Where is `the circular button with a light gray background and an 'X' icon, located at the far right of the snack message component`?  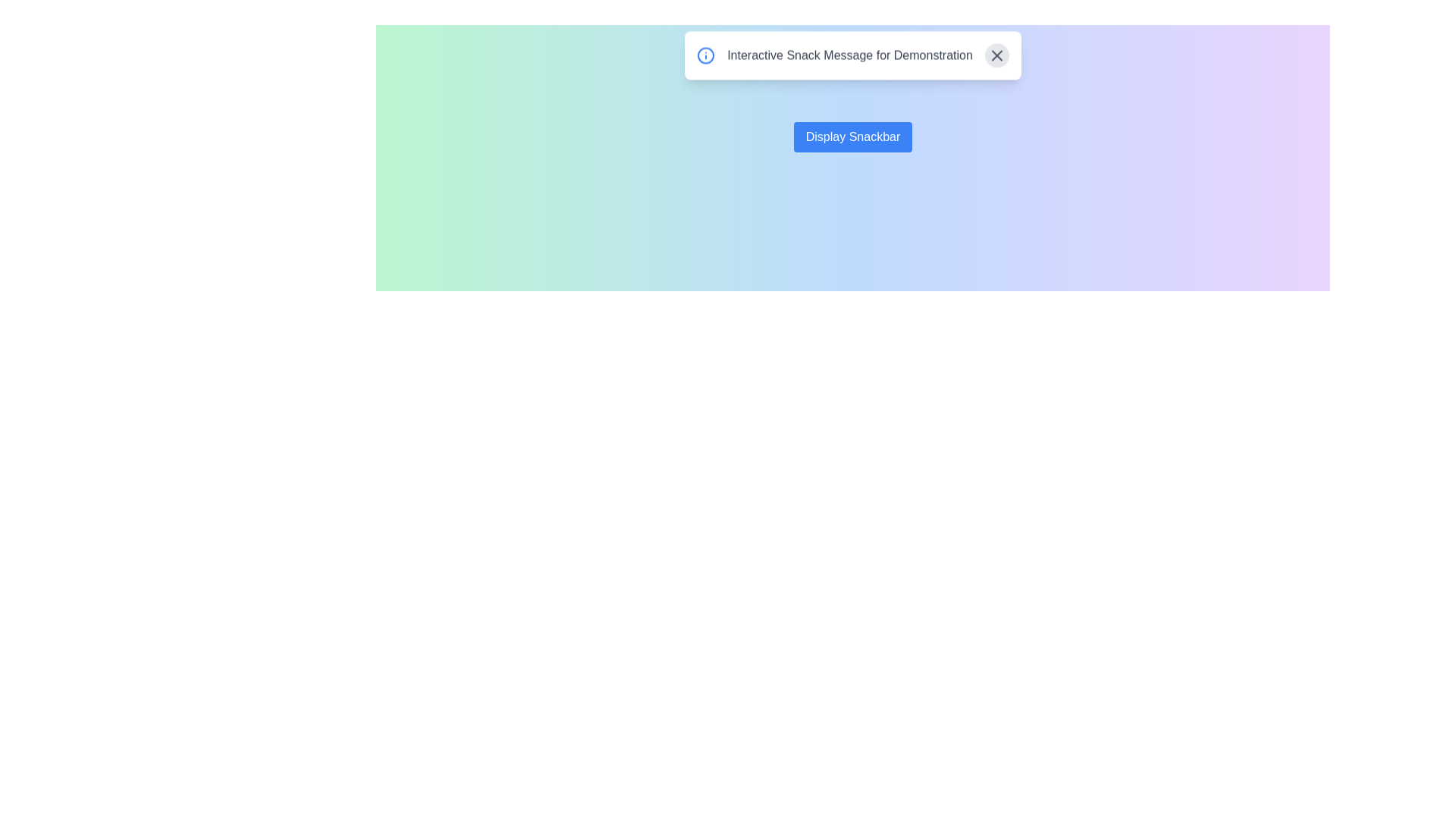
the circular button with a light gray background and an 'X' icon, located at the far right of the snack message component is located at coordinates (996, 61).